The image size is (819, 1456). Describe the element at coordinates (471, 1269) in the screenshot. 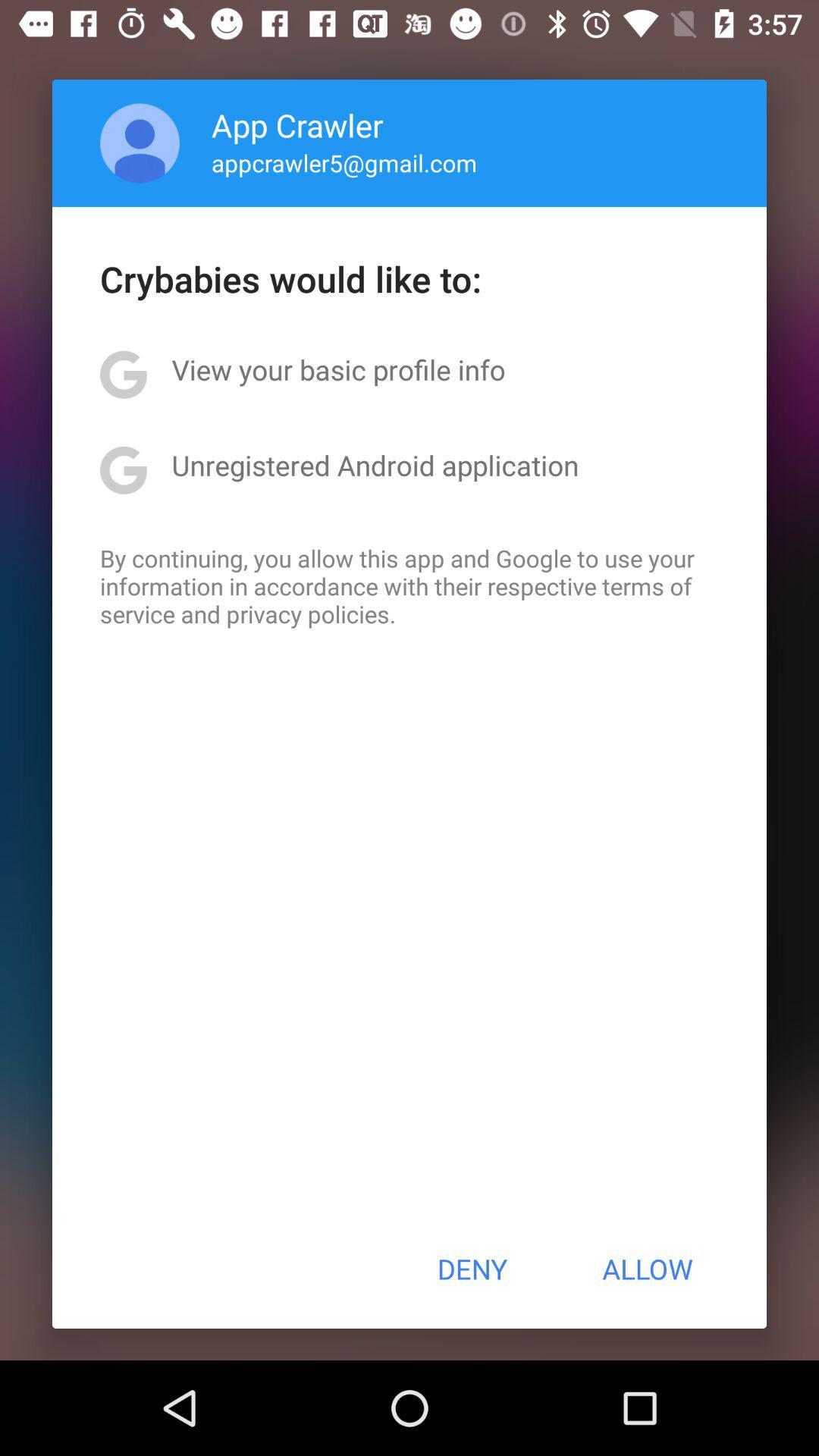

I see `icon to the left of allow item` at that location.